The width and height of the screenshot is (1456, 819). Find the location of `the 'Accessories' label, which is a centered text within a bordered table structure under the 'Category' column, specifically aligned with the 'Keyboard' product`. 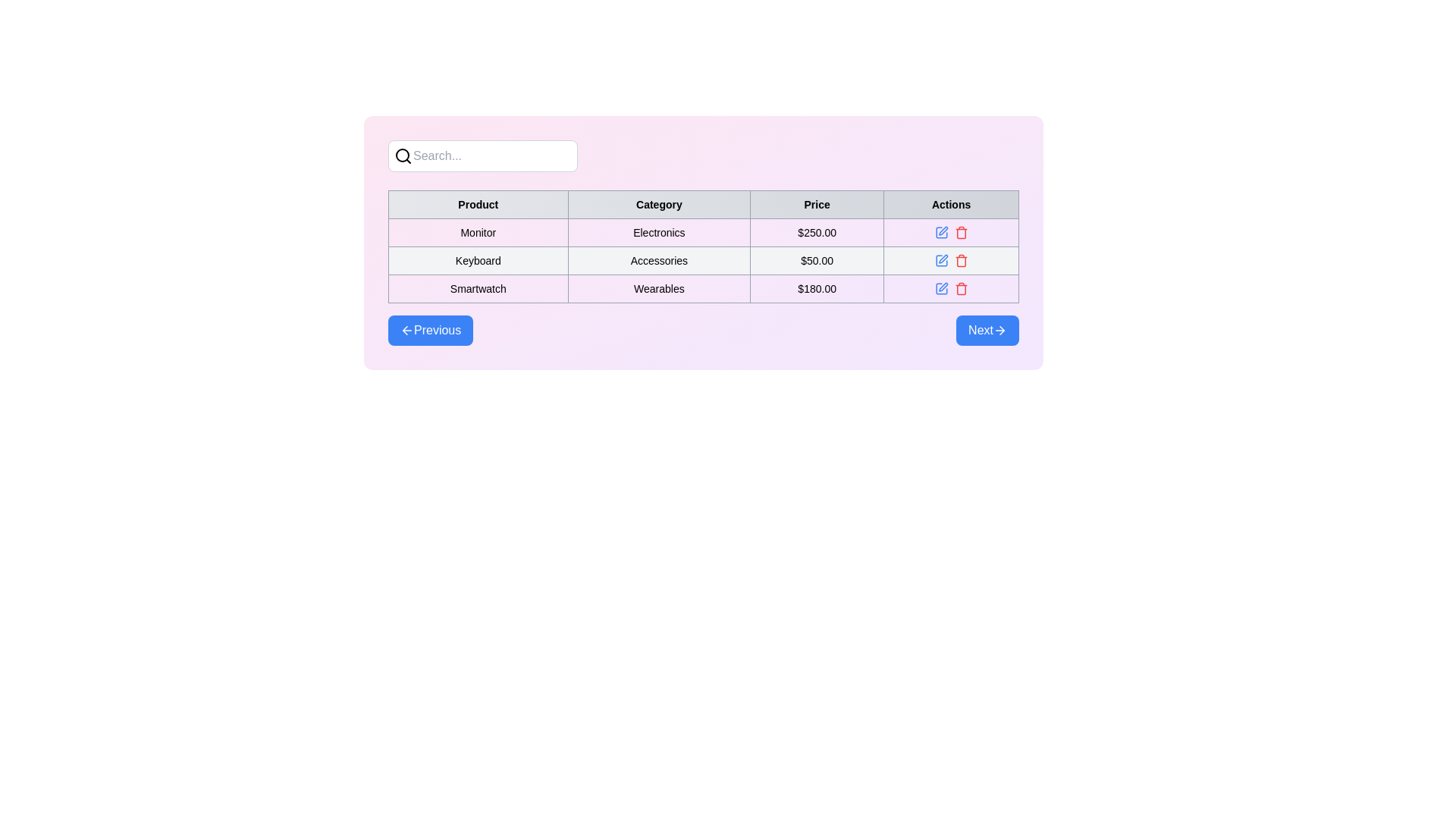

the 'Accessories' label, which is a centered text within a bordered table structure under the 'Category' column, specifically aligned with the 'Keyboard' product is located at coordinates (659, 259).